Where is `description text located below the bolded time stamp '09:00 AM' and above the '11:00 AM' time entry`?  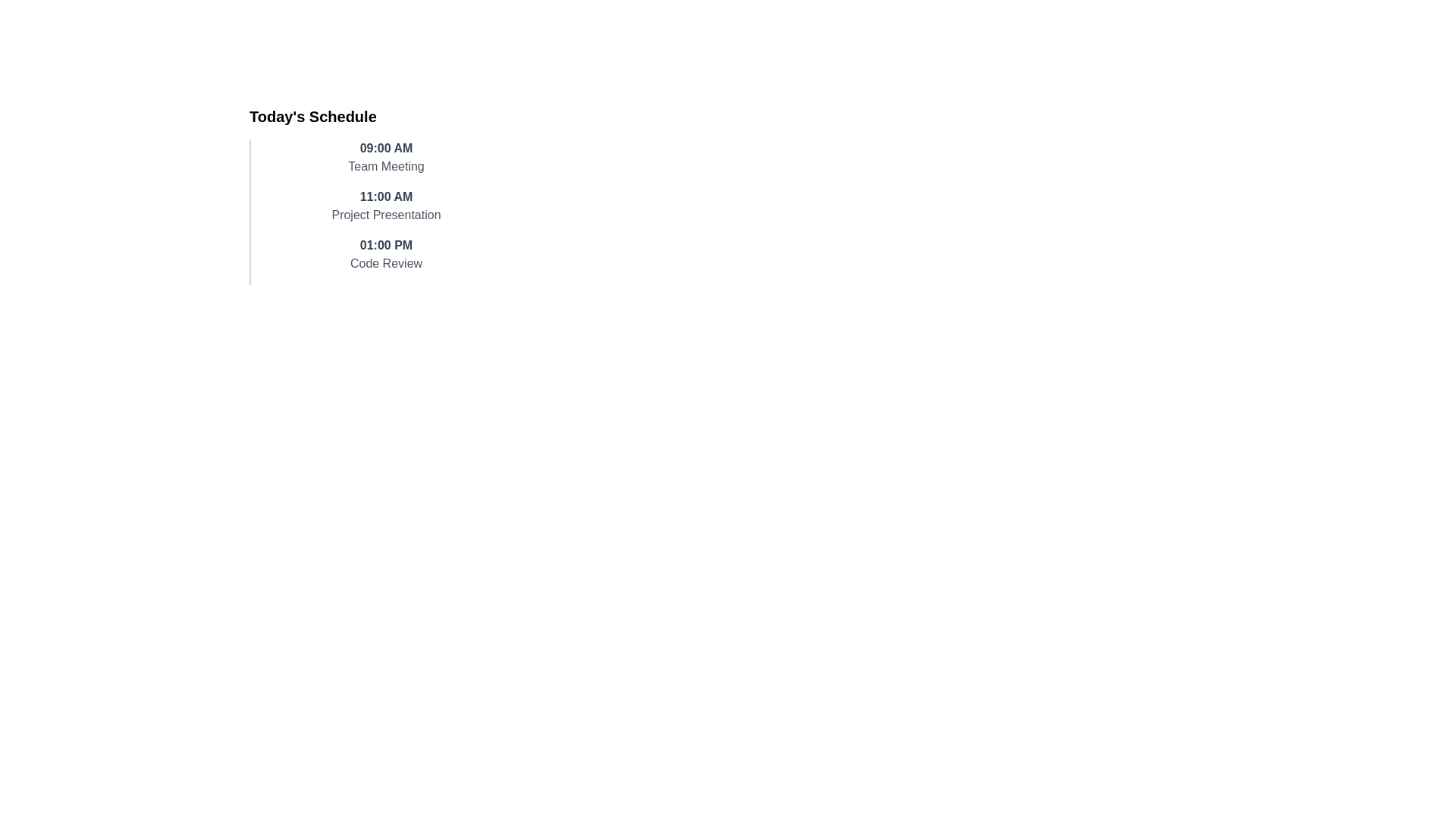 description text located below the bolded time stamp '09:00 AM' and above the '11:00 AM' time entry is located at coordinates (386, 166).